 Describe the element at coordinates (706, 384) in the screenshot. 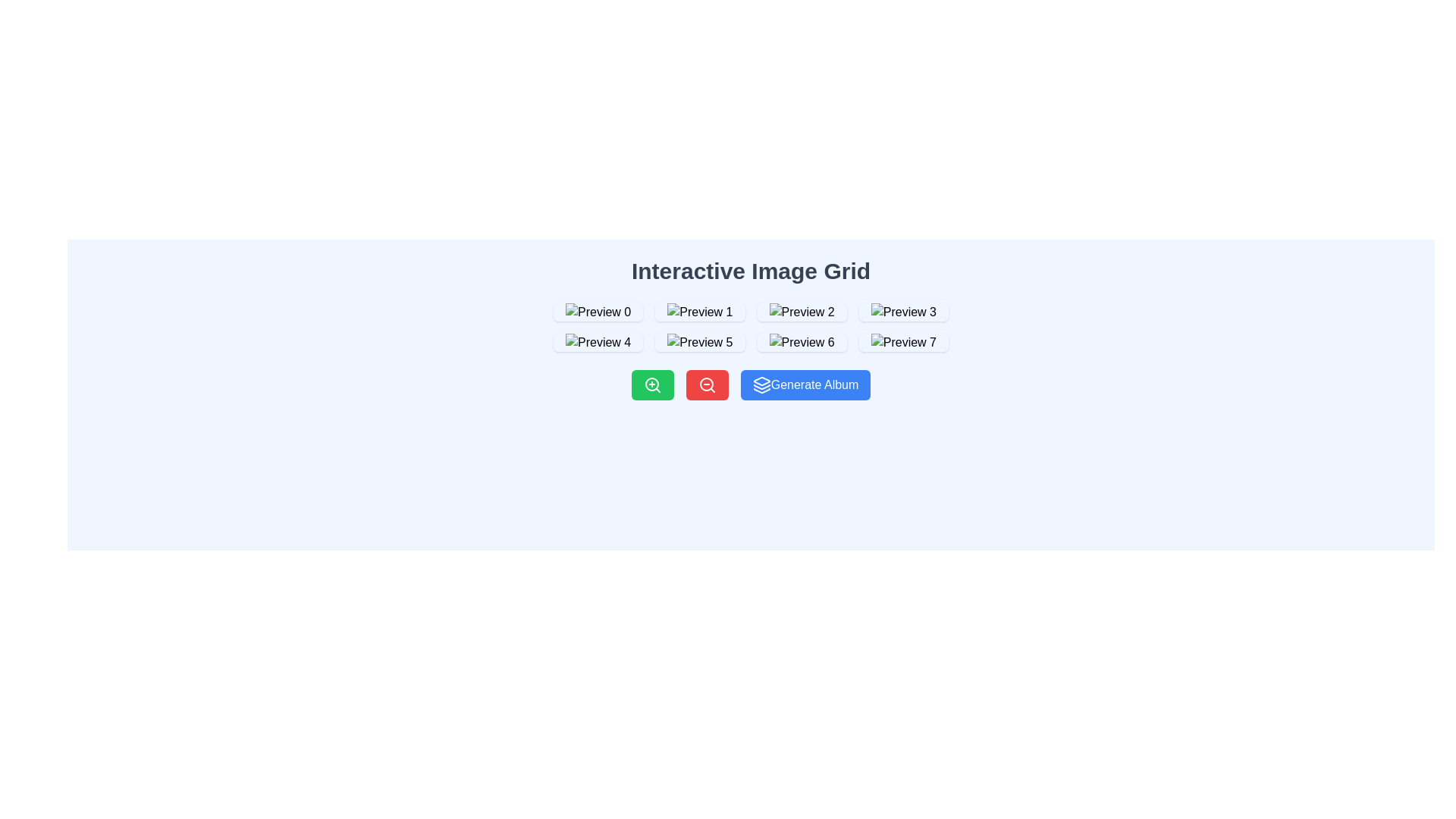

I see `the red rectangular button with a bold white magnifying glass icon that has a minus symbol inside it, located between the green button and the blue button` at that location.